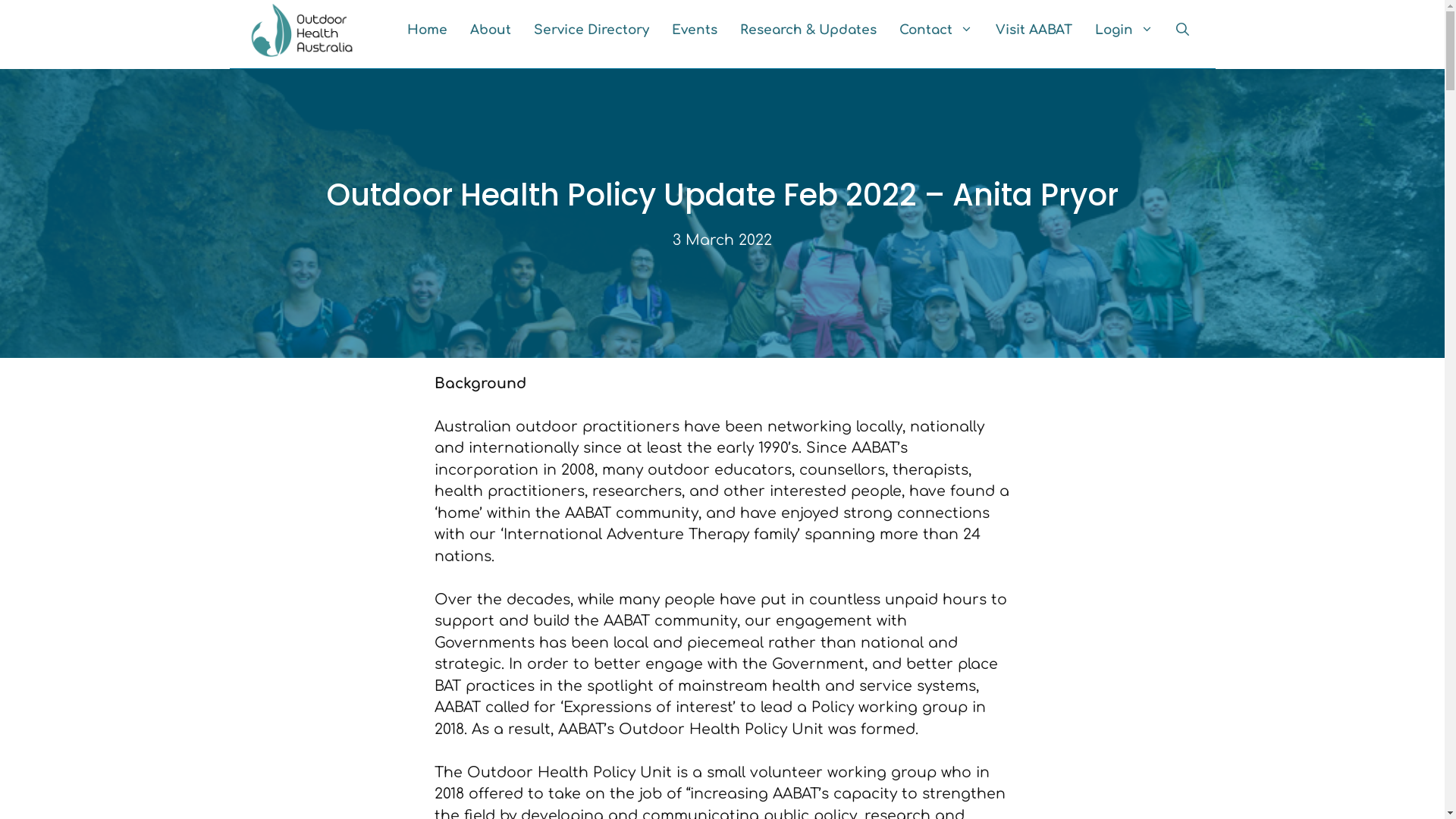  I want to click on 'Visit AABAT', so click(984, 30).